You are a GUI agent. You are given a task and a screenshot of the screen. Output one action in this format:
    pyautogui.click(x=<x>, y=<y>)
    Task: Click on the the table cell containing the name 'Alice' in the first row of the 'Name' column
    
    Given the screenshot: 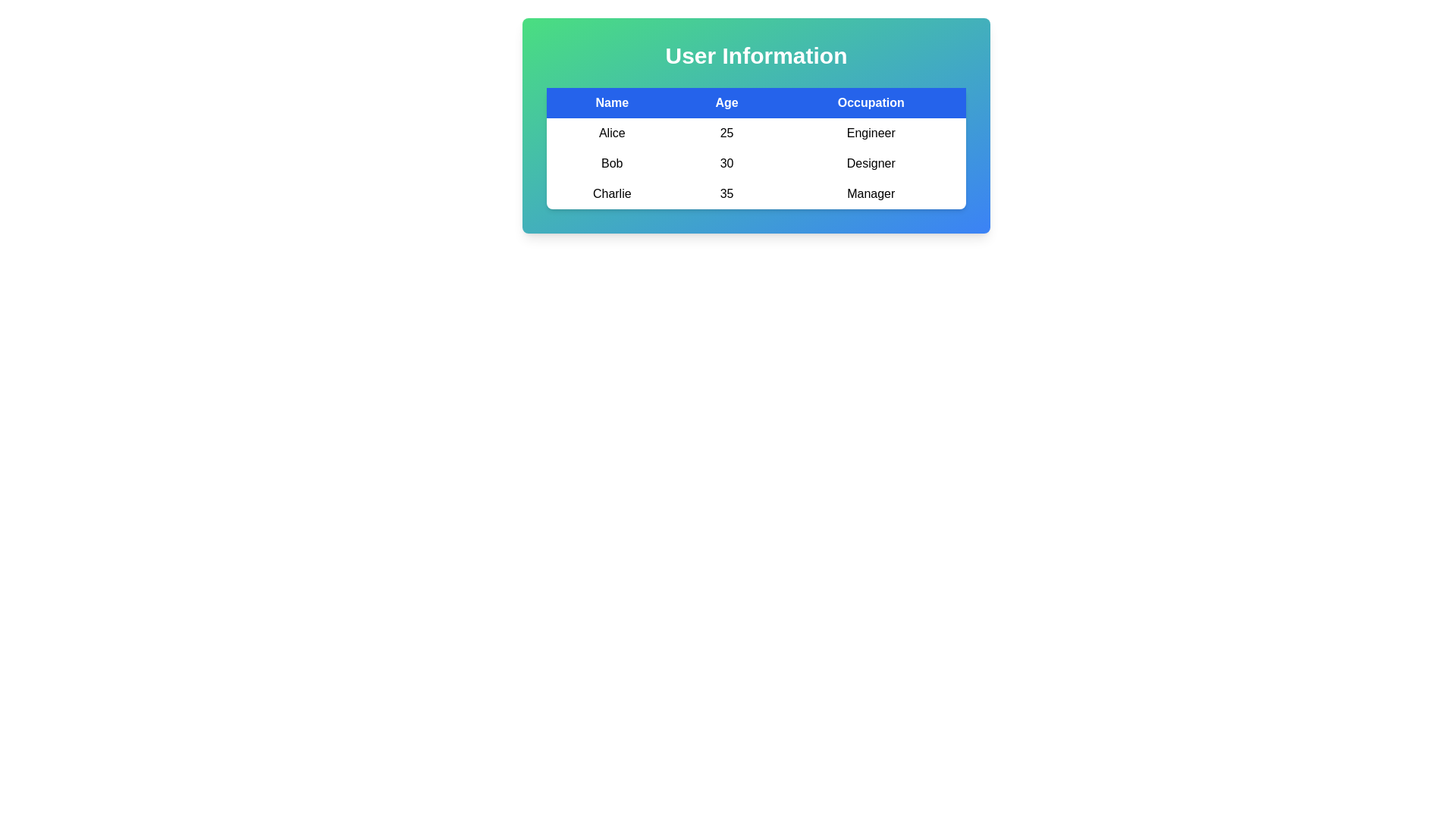 What is the action you would take?
    pyautogui.click(x=612, y=133)
    